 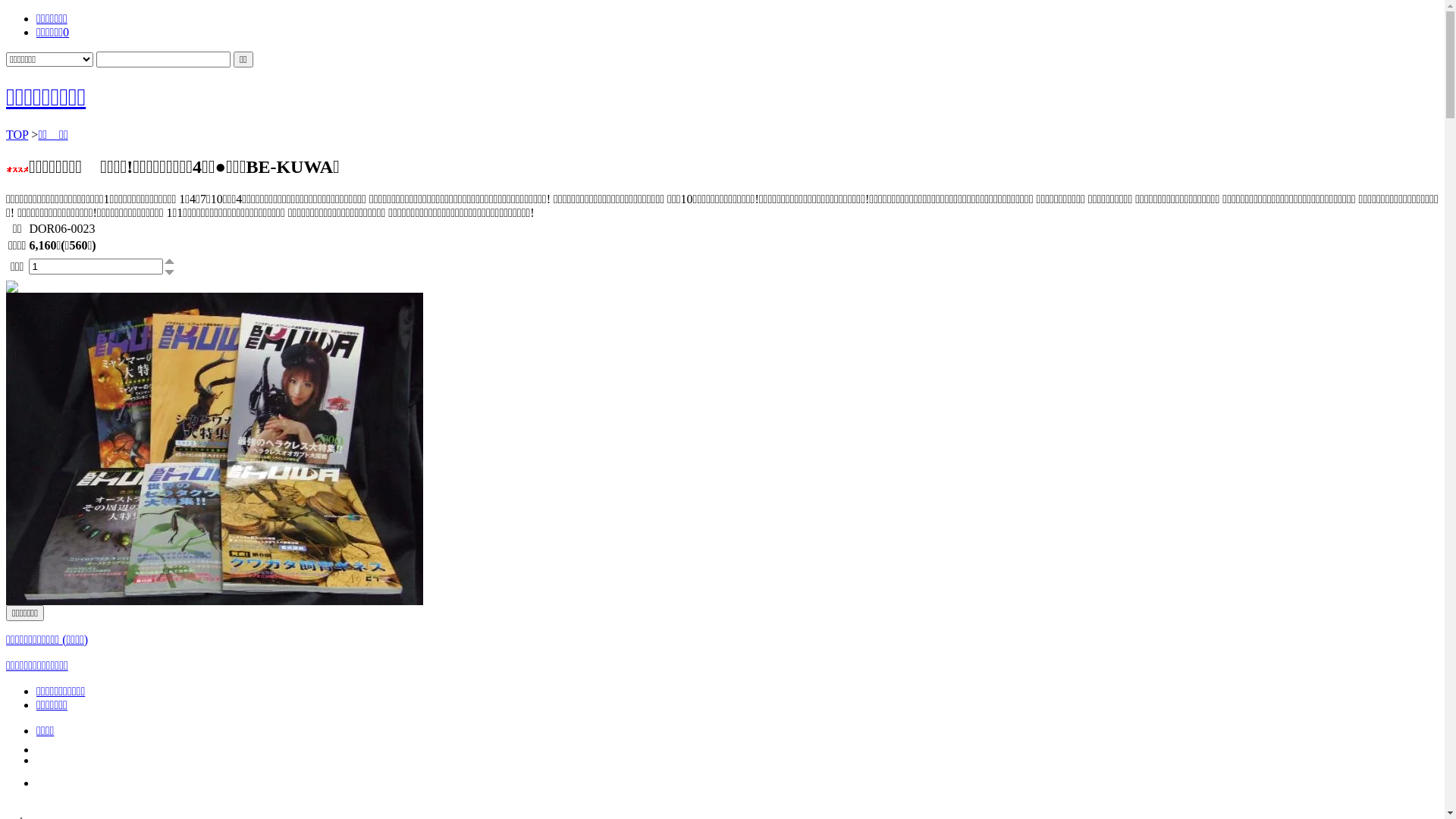 I want to click on 'TOP', so click(x=17, y=133).